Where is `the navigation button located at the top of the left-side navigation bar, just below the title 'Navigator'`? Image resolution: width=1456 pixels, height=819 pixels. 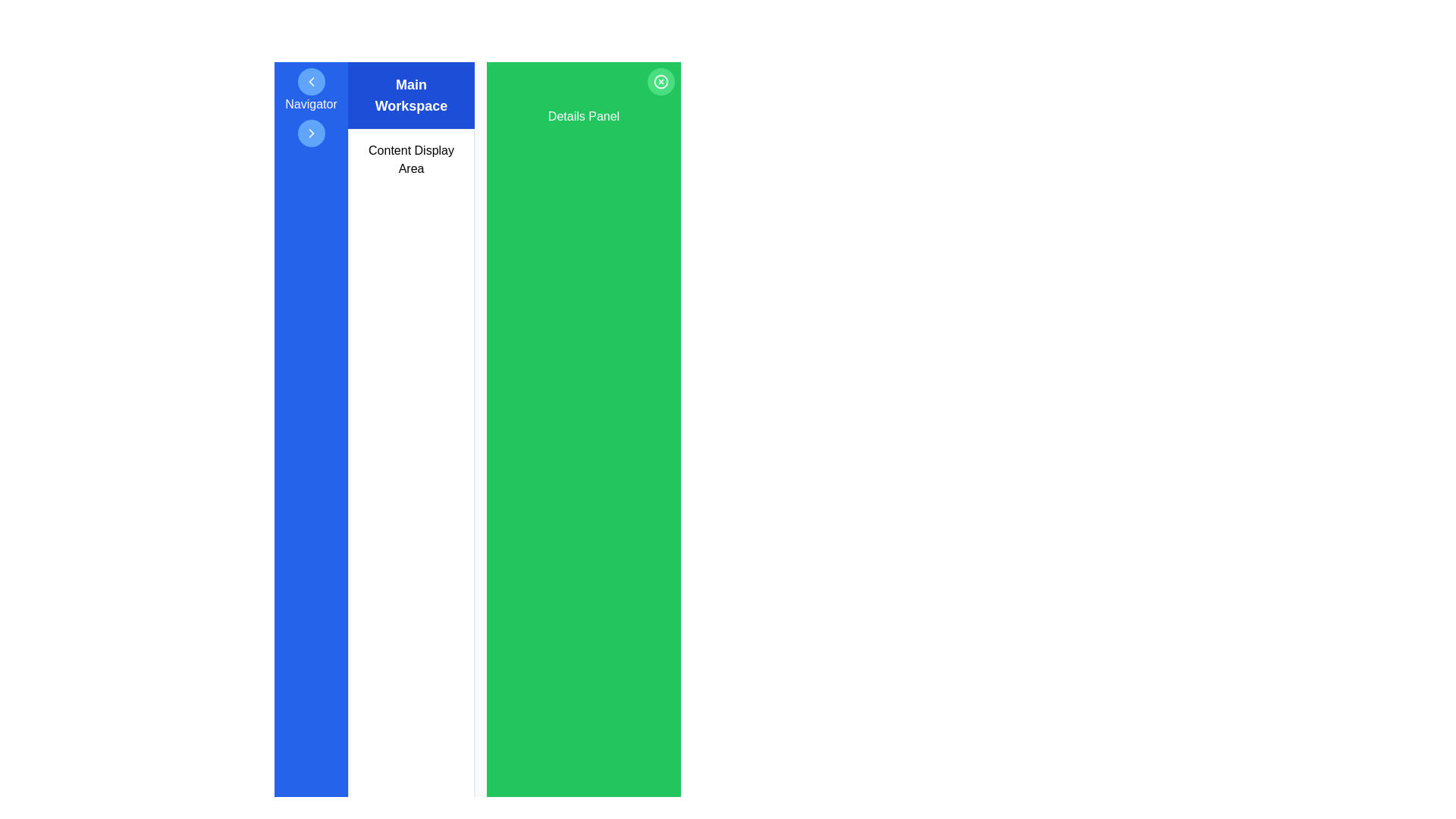
the navigation button located at the top of the left-side navigation bar, just below the title 'Navigator' is located at coordinates (310, 82).